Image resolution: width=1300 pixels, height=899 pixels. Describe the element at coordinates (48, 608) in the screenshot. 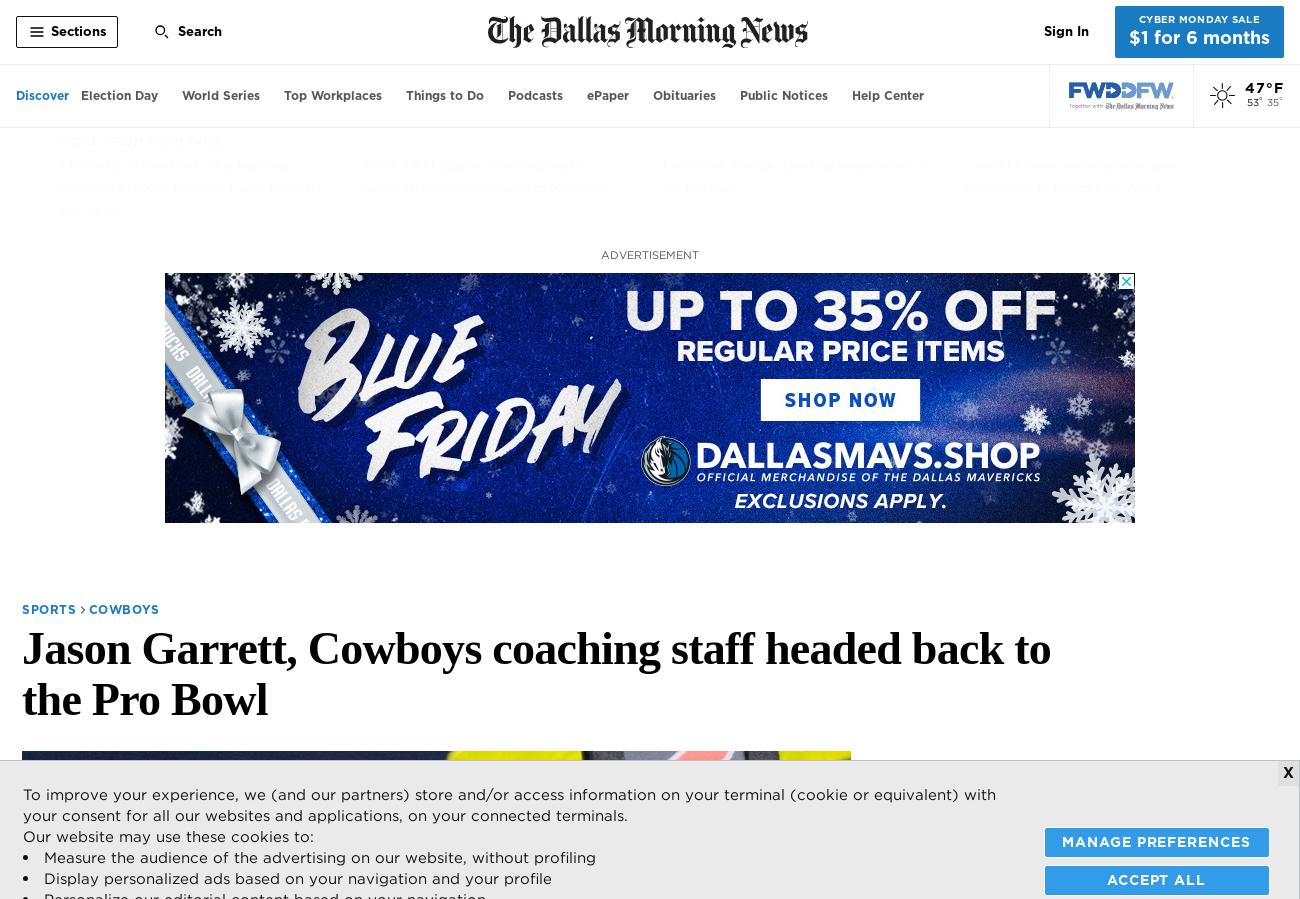

I see `'sports'` at that location.